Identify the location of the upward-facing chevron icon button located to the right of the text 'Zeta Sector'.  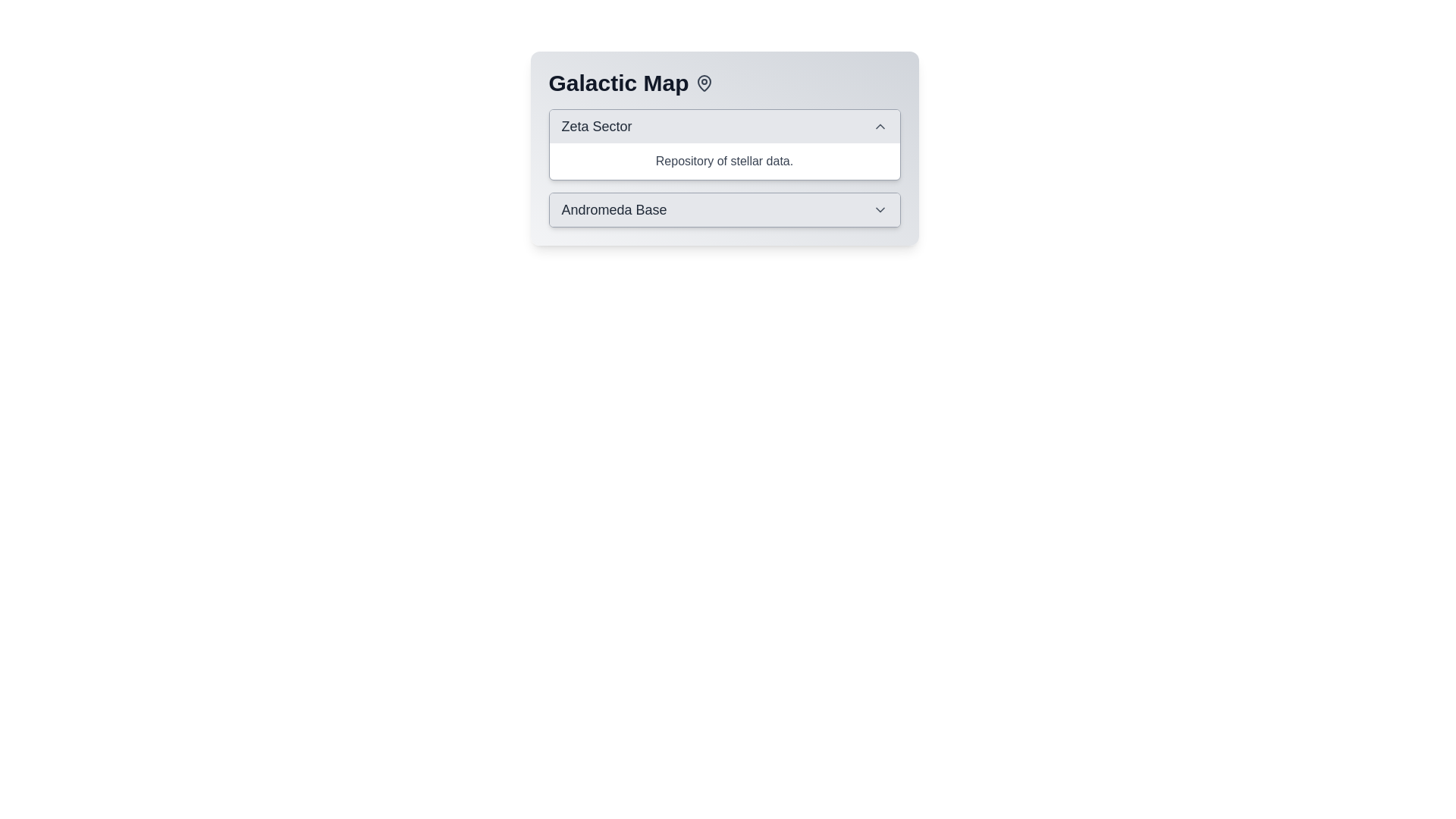
(880, 125).